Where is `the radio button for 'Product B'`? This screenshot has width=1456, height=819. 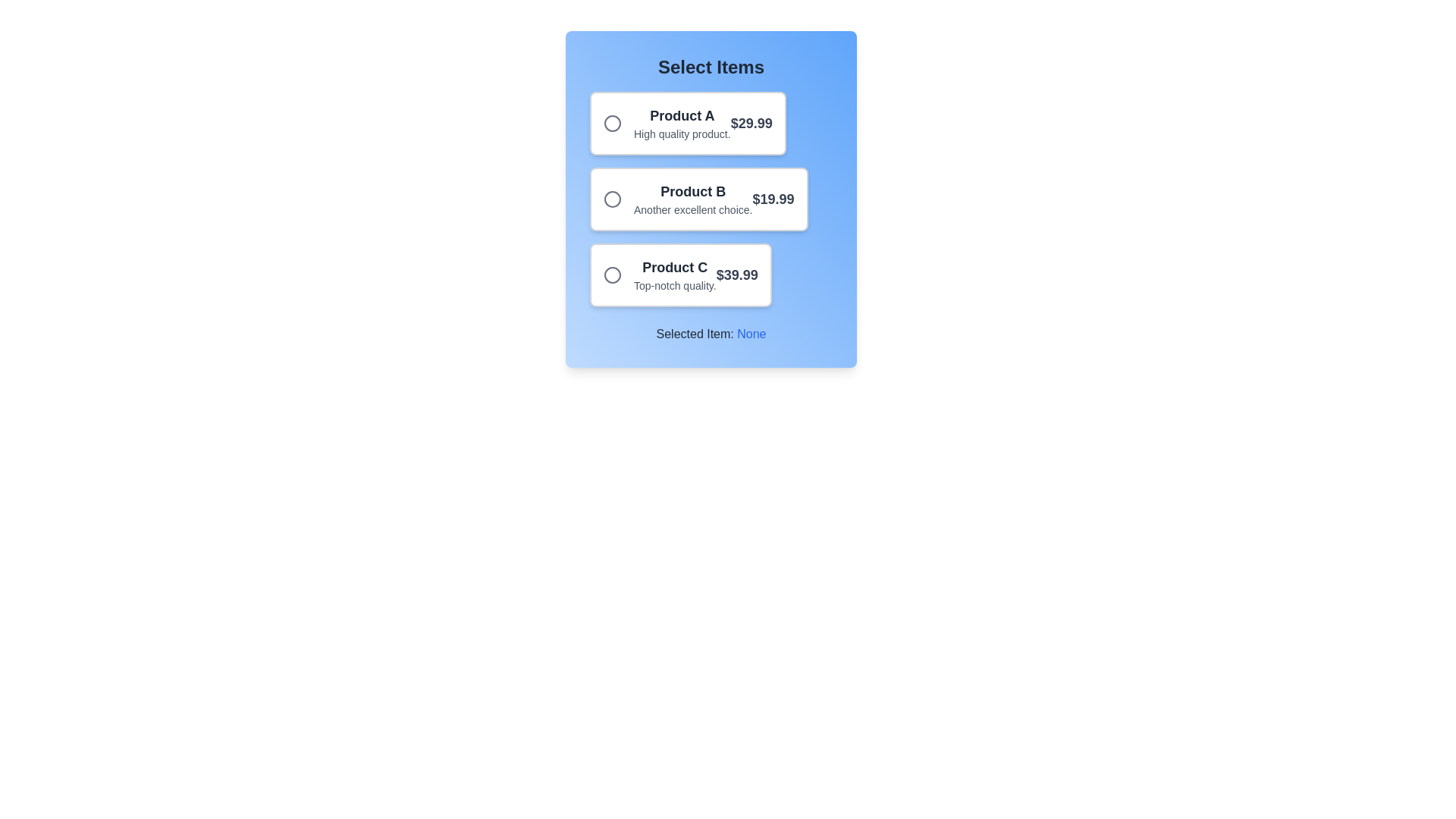
the radio button for 'Product B' is located at coordinates (612, 198).